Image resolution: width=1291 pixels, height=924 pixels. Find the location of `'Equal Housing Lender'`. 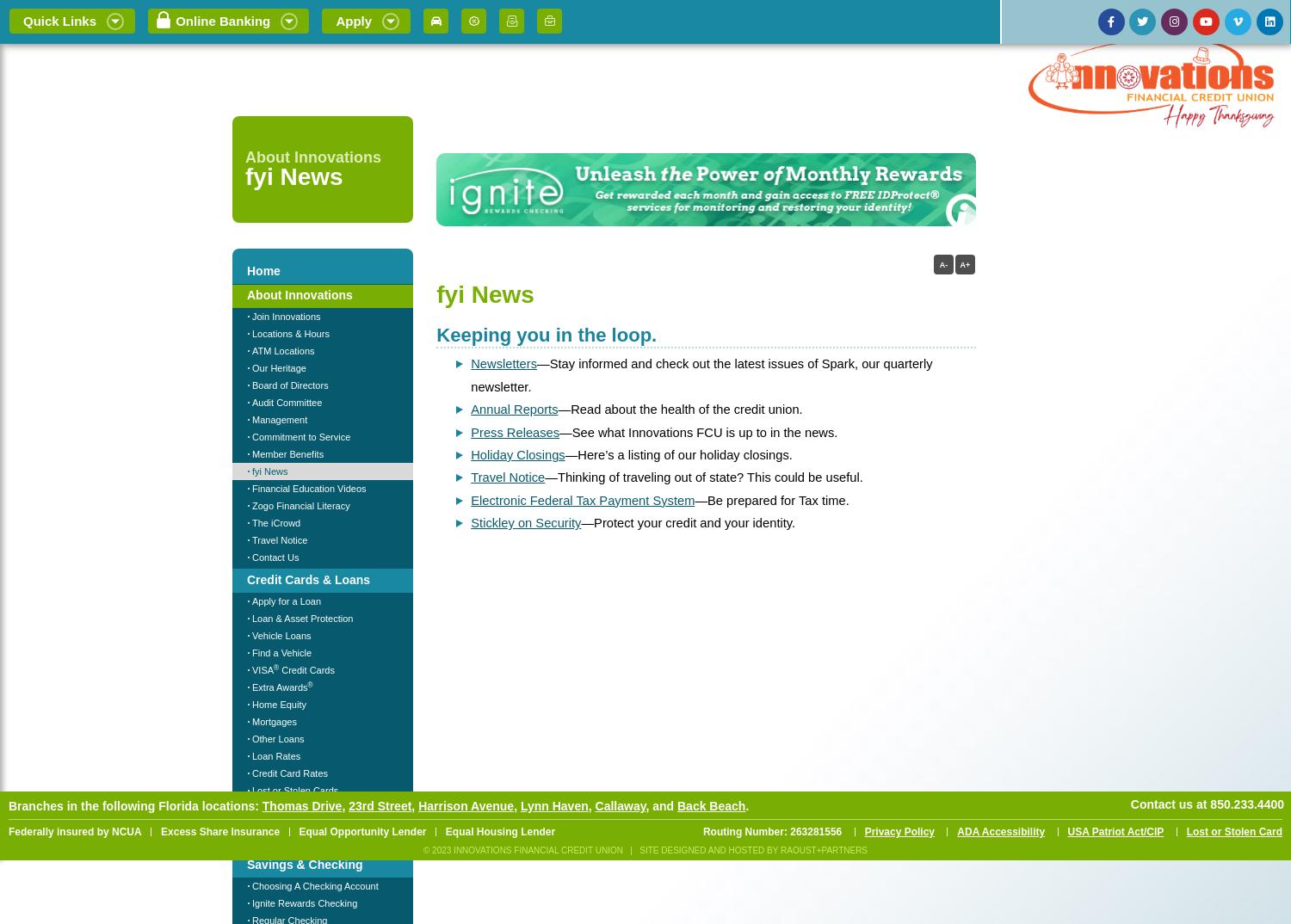

'Equal Housing Lender' is located at coordinates (498, 831).